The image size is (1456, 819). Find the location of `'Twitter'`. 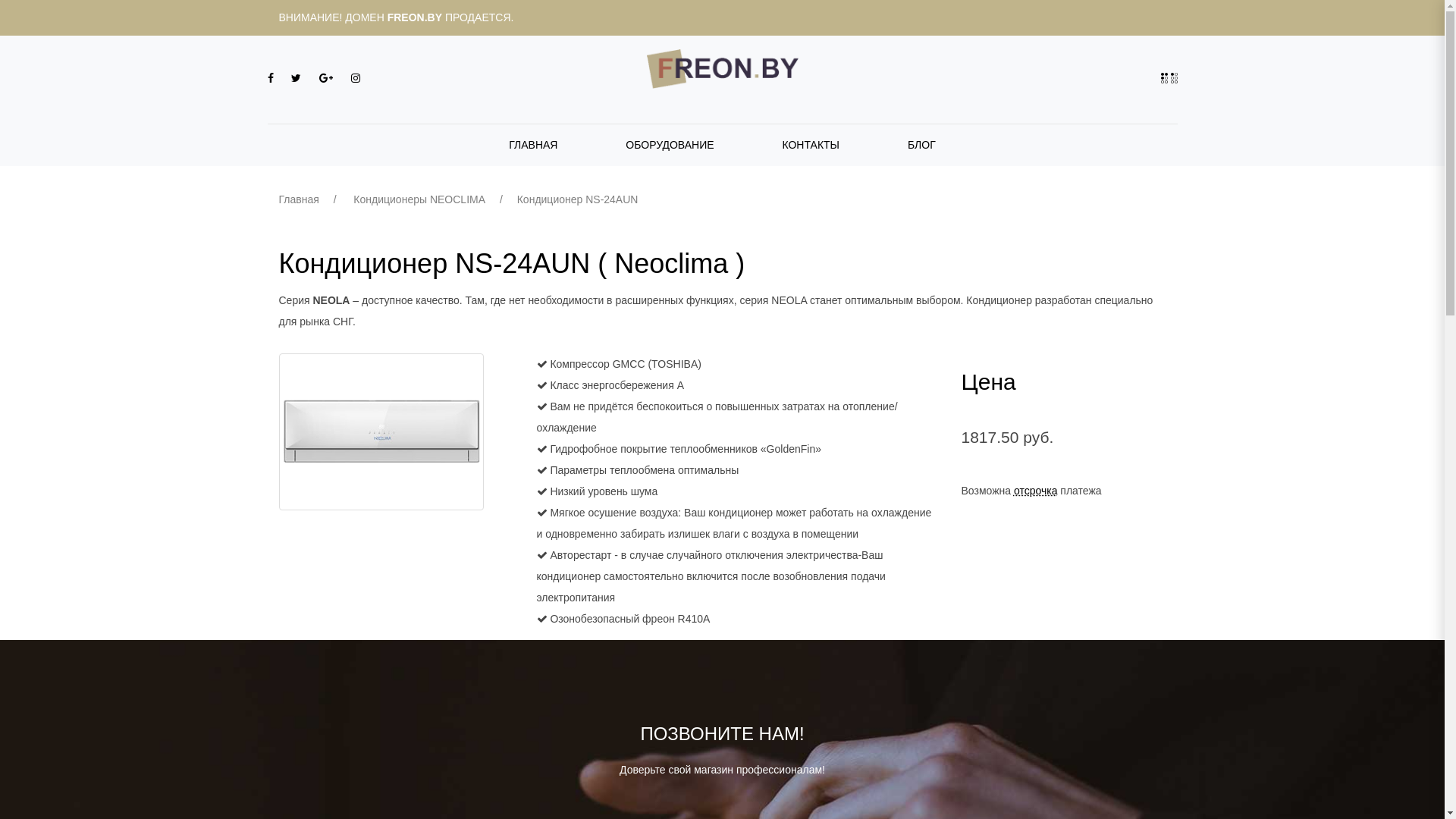

'Twitter' is located at coordinates (297, 78).